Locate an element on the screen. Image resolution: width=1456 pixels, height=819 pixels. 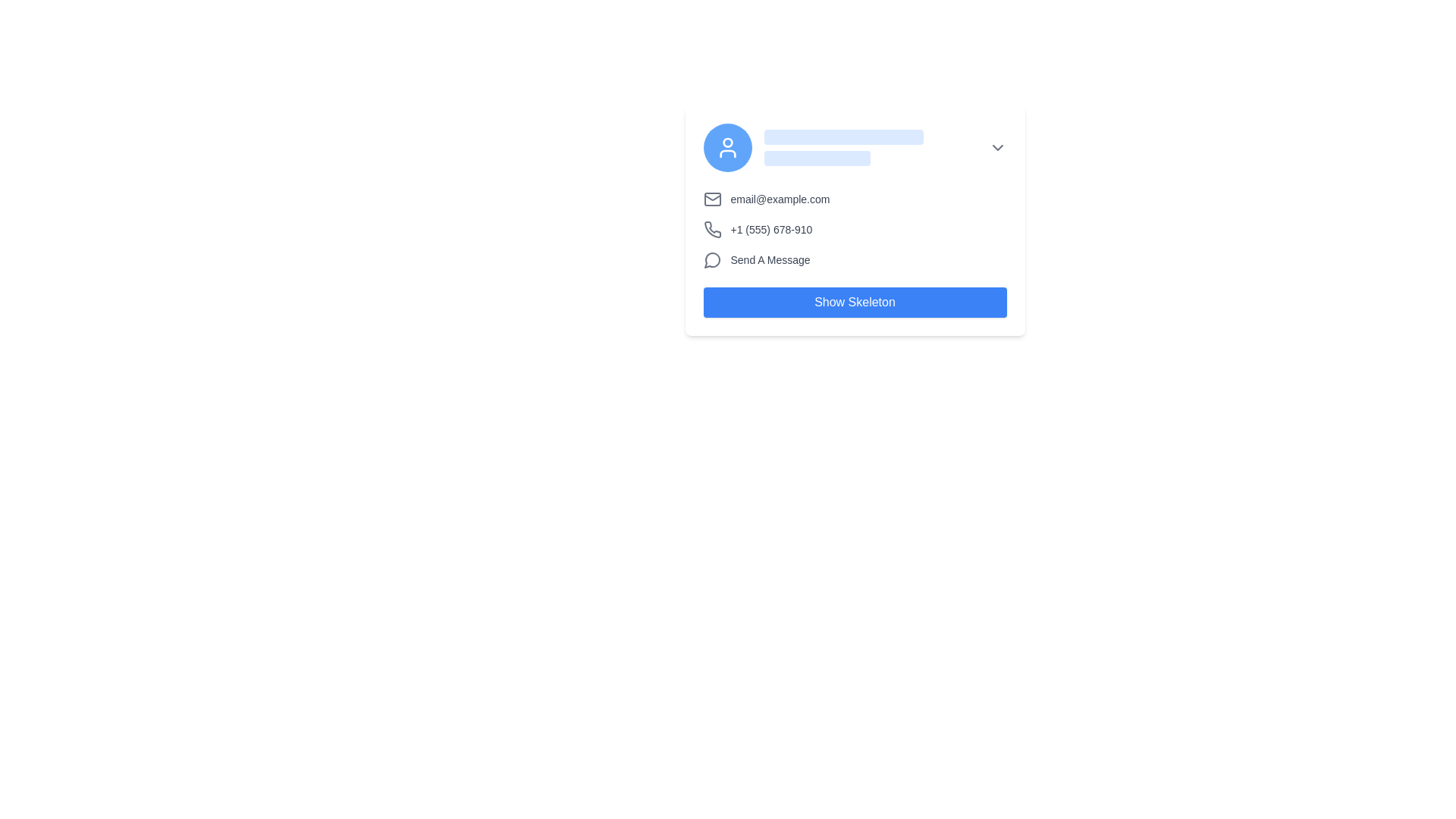
the mail icon, which is styled with a light gray hue and represents an envelope, located to the left of the text 'email@example.com' is located at coordinates (711, 198).